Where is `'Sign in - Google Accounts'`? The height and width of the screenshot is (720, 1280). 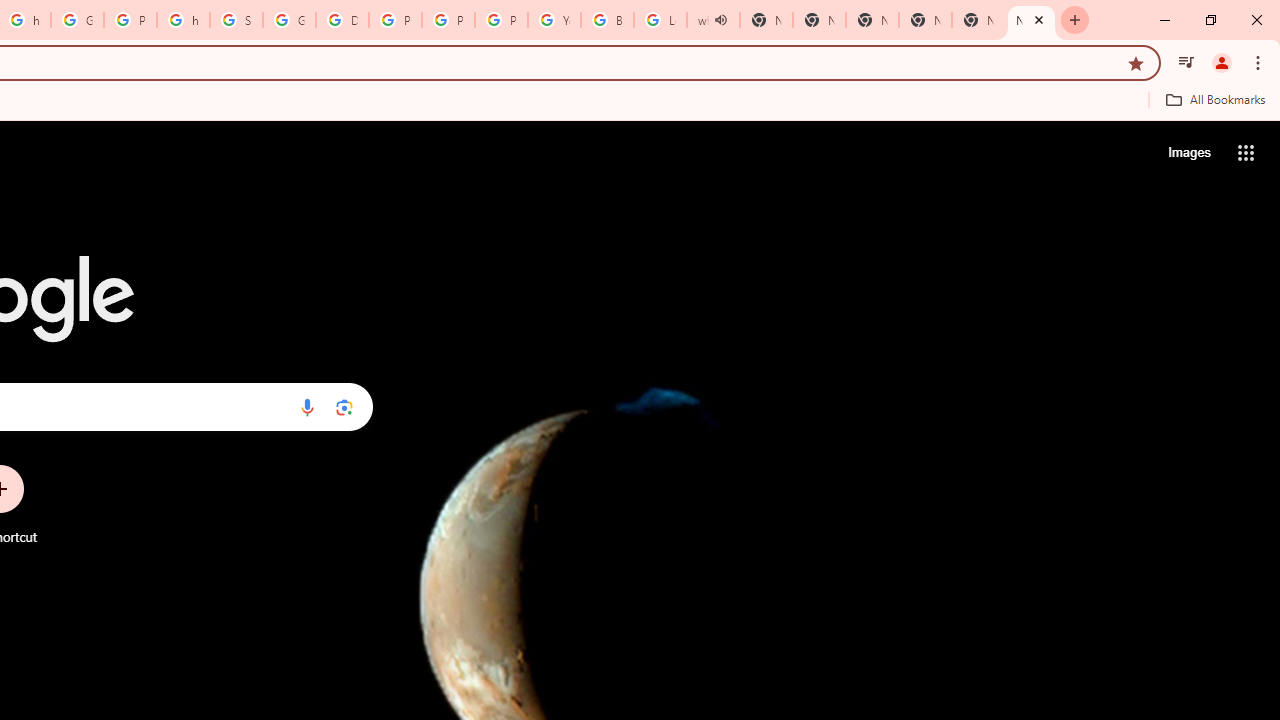 'Sign in - Google Accounts' is located at coordinates (236, 20).